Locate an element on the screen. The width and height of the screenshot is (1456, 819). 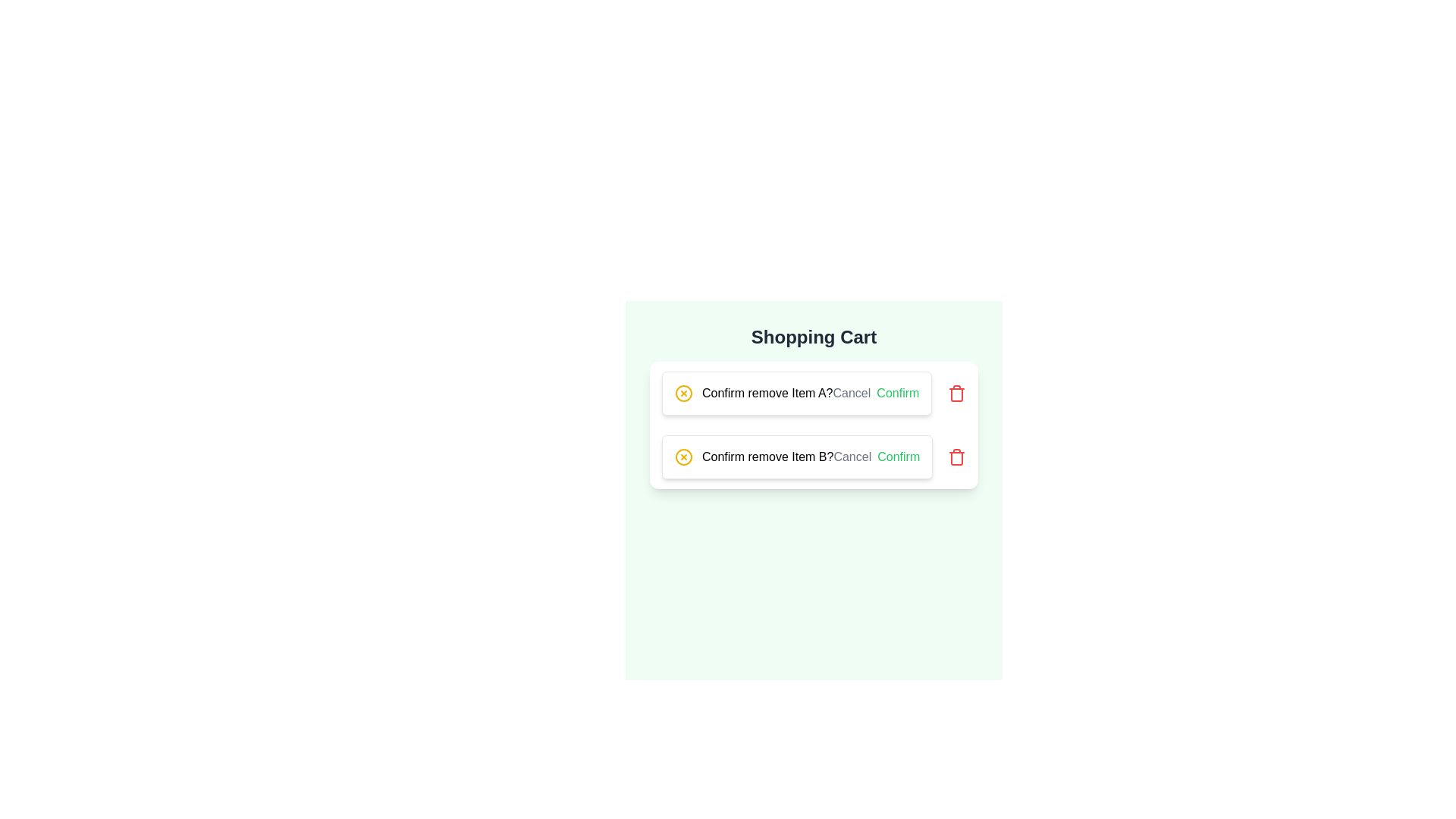
the 'Cancel' text button, which is displayed in gray and located in the dialog box for confirming the removal of an item, positioned between the confirmation message and the 'Confirm' button is located at coordinates (852, 393).